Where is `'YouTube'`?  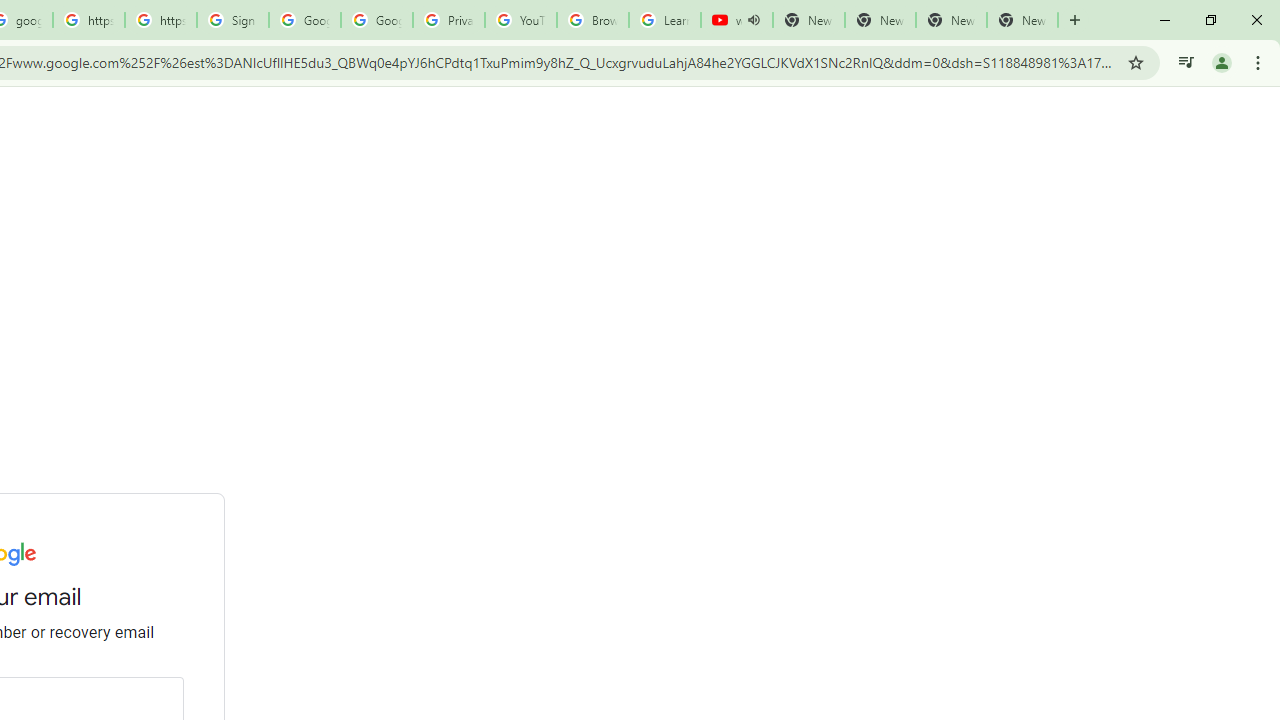
'YouTube' is located at coordinates (520, 20).